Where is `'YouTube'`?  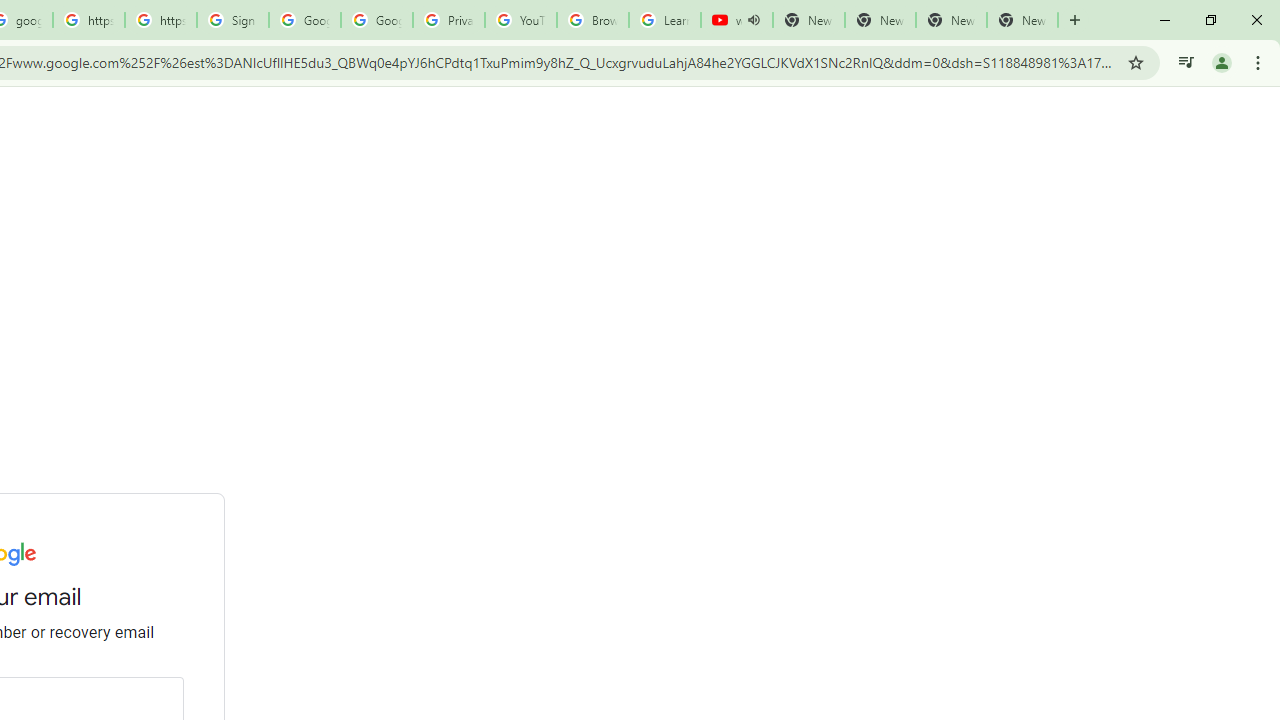
'YouTube' is located at coordinates (520, 20).